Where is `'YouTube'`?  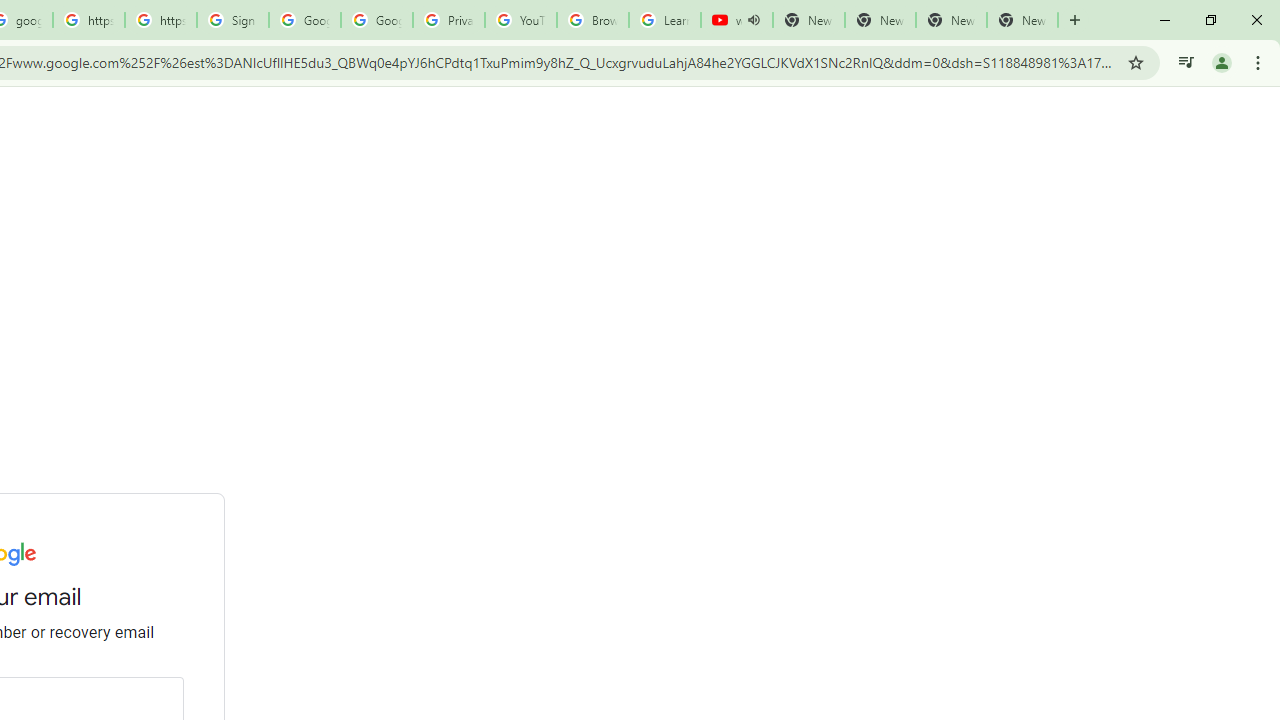
'YouTube' is located at coordinates (520, 20).